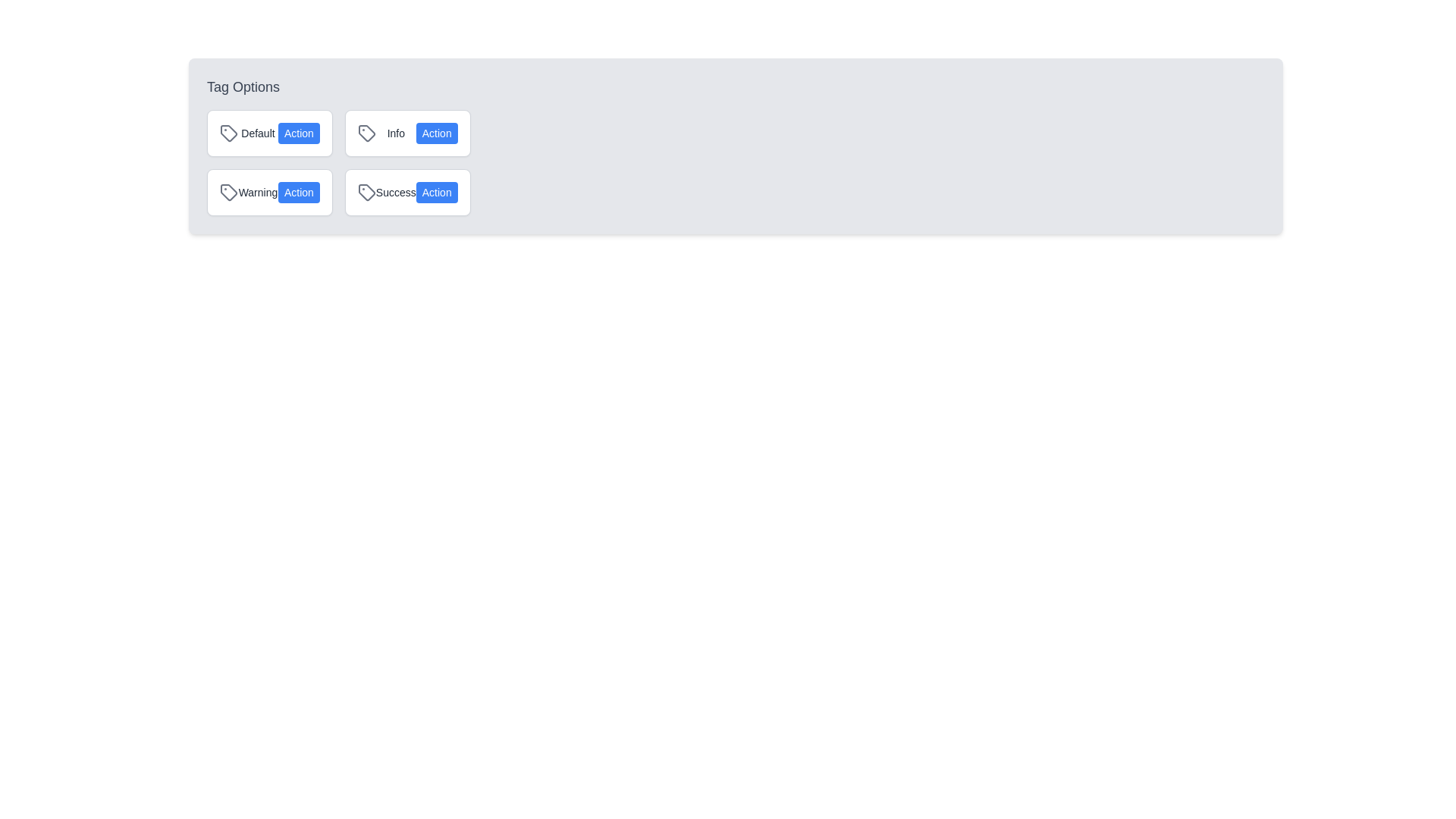 This screenshot has height=819, width=1456. I want to click on the icon within the 'Success' grouped element that includes a tag icon, a label, and an 'Action' button, located in the lower-right corner of the 'Tag Options' section, so click(407, 192).